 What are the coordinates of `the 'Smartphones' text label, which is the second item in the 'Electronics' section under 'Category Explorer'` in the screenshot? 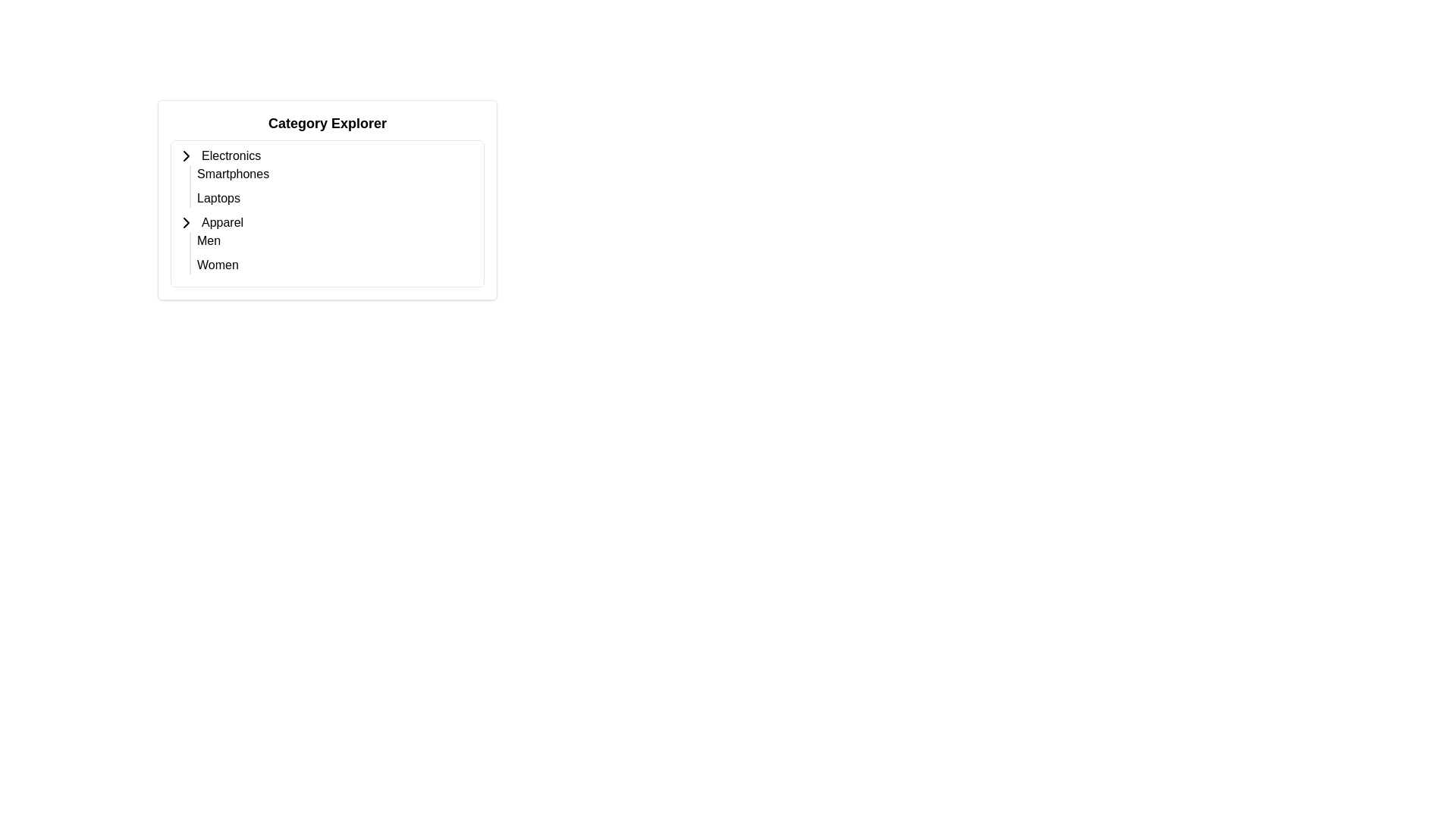 It's located at (232, 174).